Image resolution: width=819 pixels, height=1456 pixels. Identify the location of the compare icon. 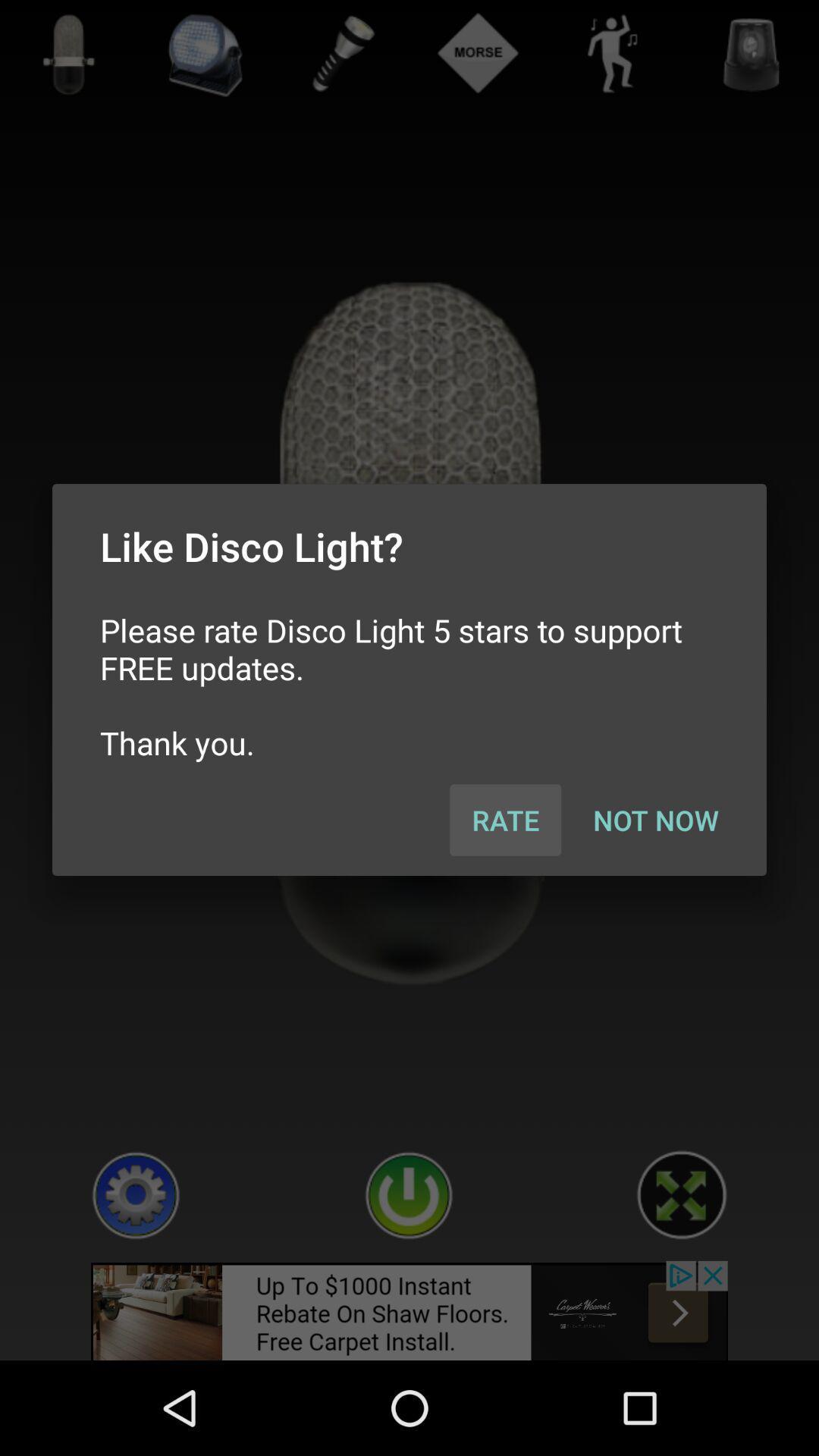
(476, 54).